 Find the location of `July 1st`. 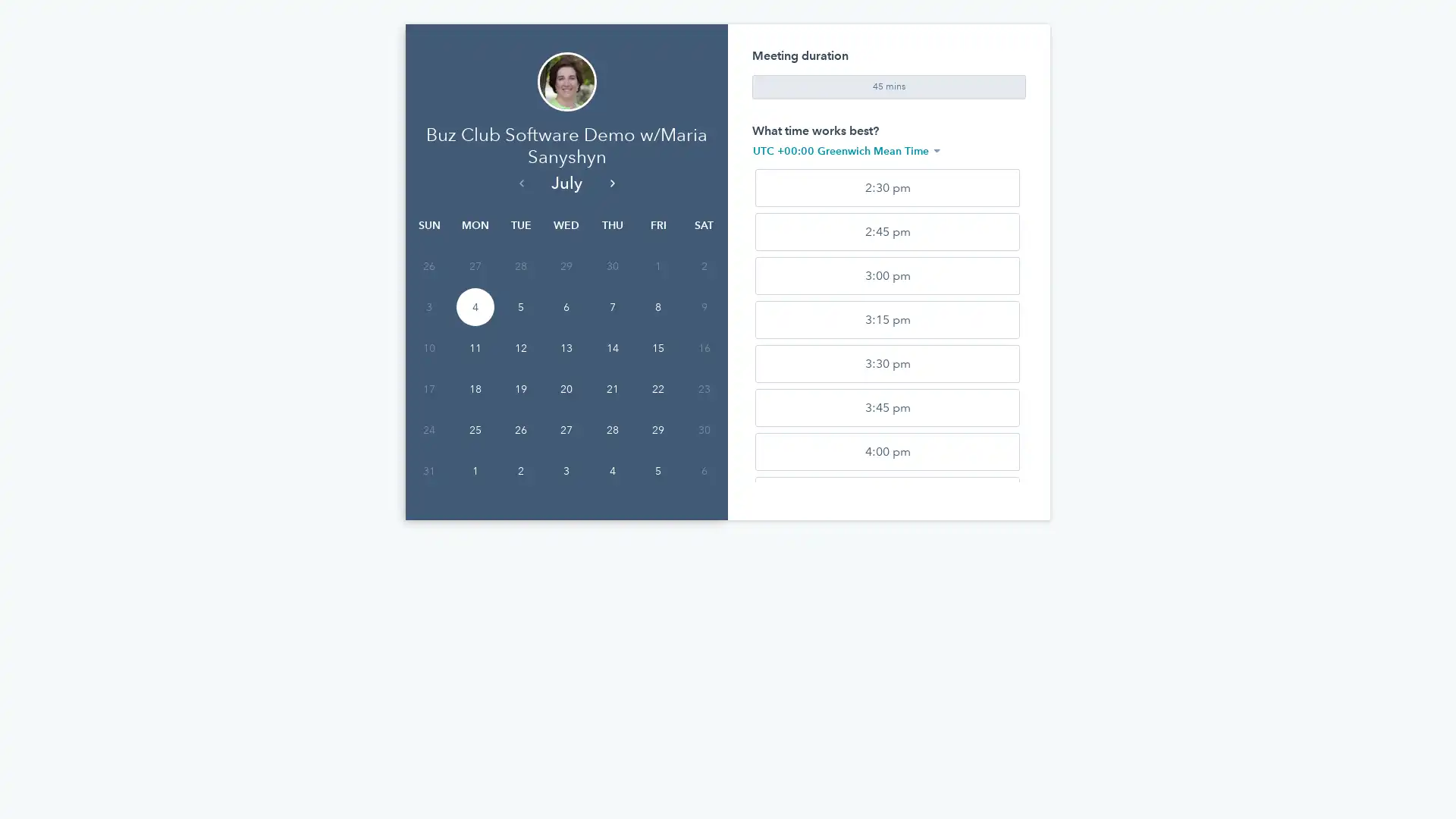

July 1st is located at coordinates (658, 323).